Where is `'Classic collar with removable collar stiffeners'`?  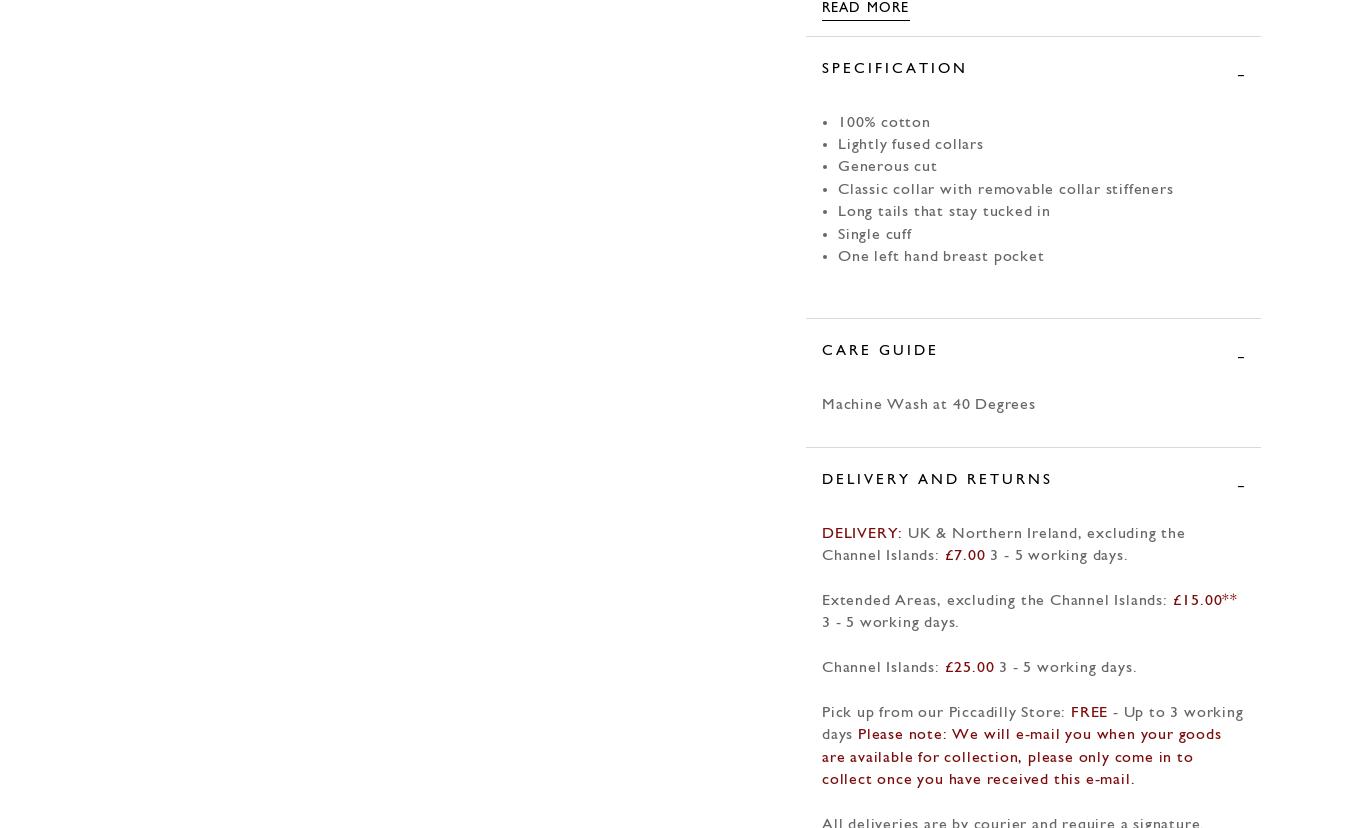 'Classic collar with removable collar stiffeners' is located at coordinates (1004, 188).